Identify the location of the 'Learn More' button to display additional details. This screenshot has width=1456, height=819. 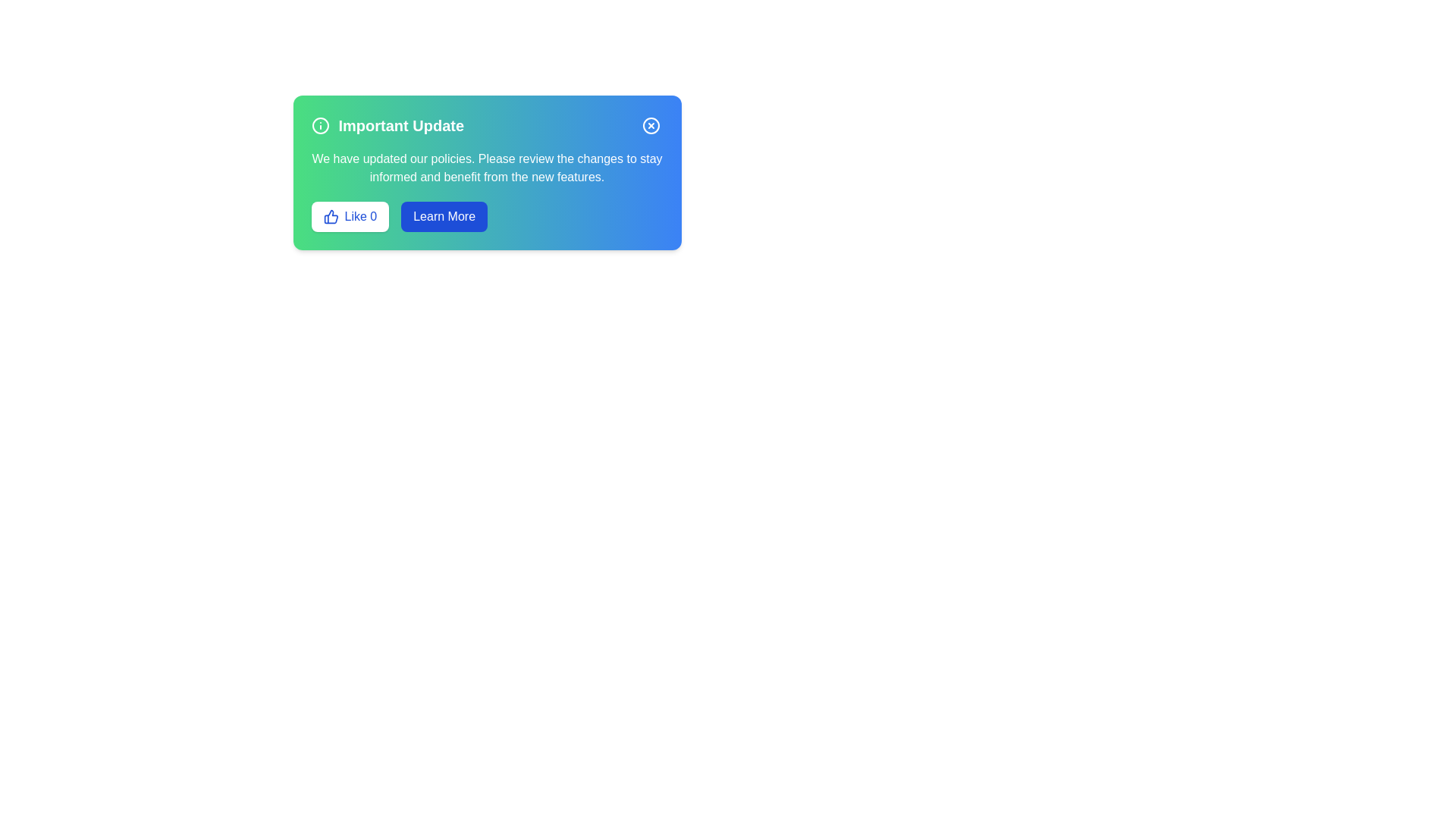
(443, 216).